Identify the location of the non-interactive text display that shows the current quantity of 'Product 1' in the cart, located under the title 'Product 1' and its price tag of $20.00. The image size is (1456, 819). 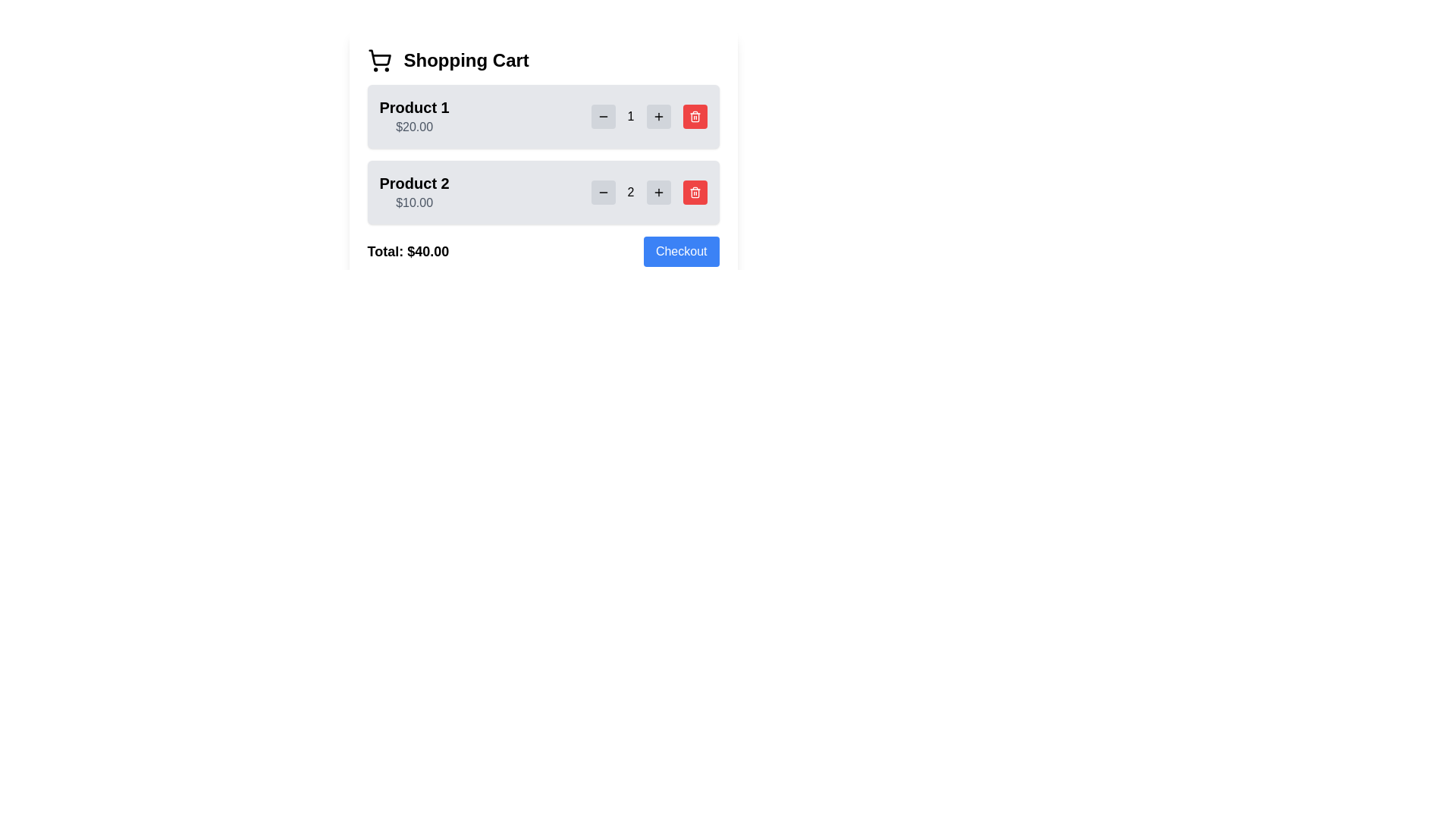
(649, 116).